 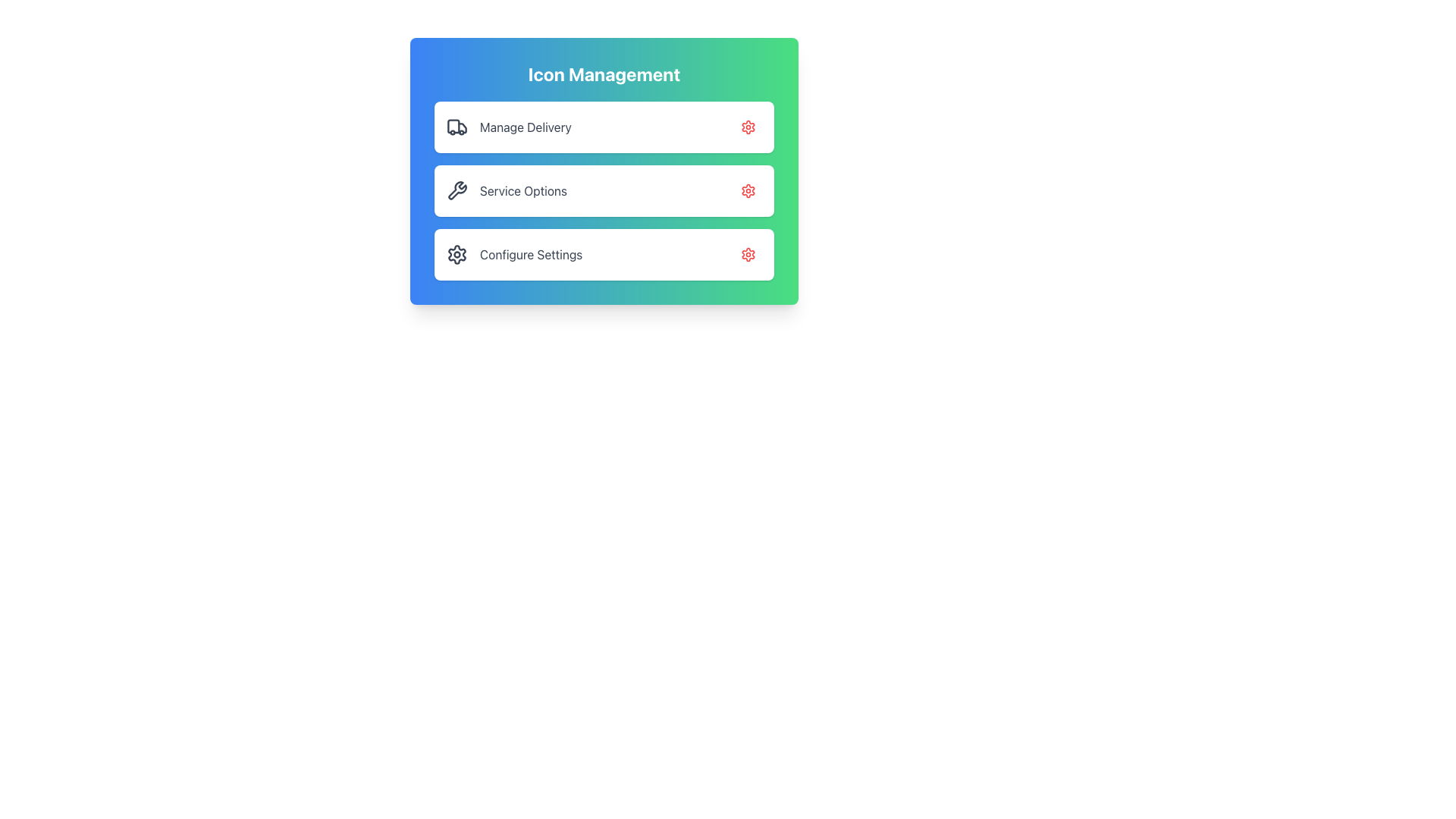 I want to click on the 'Manage Delivery' list item, which features a delivery truck icon and is located at the top of the vertical menu within the 'Icon Management' card, so click(x=509, y=127).